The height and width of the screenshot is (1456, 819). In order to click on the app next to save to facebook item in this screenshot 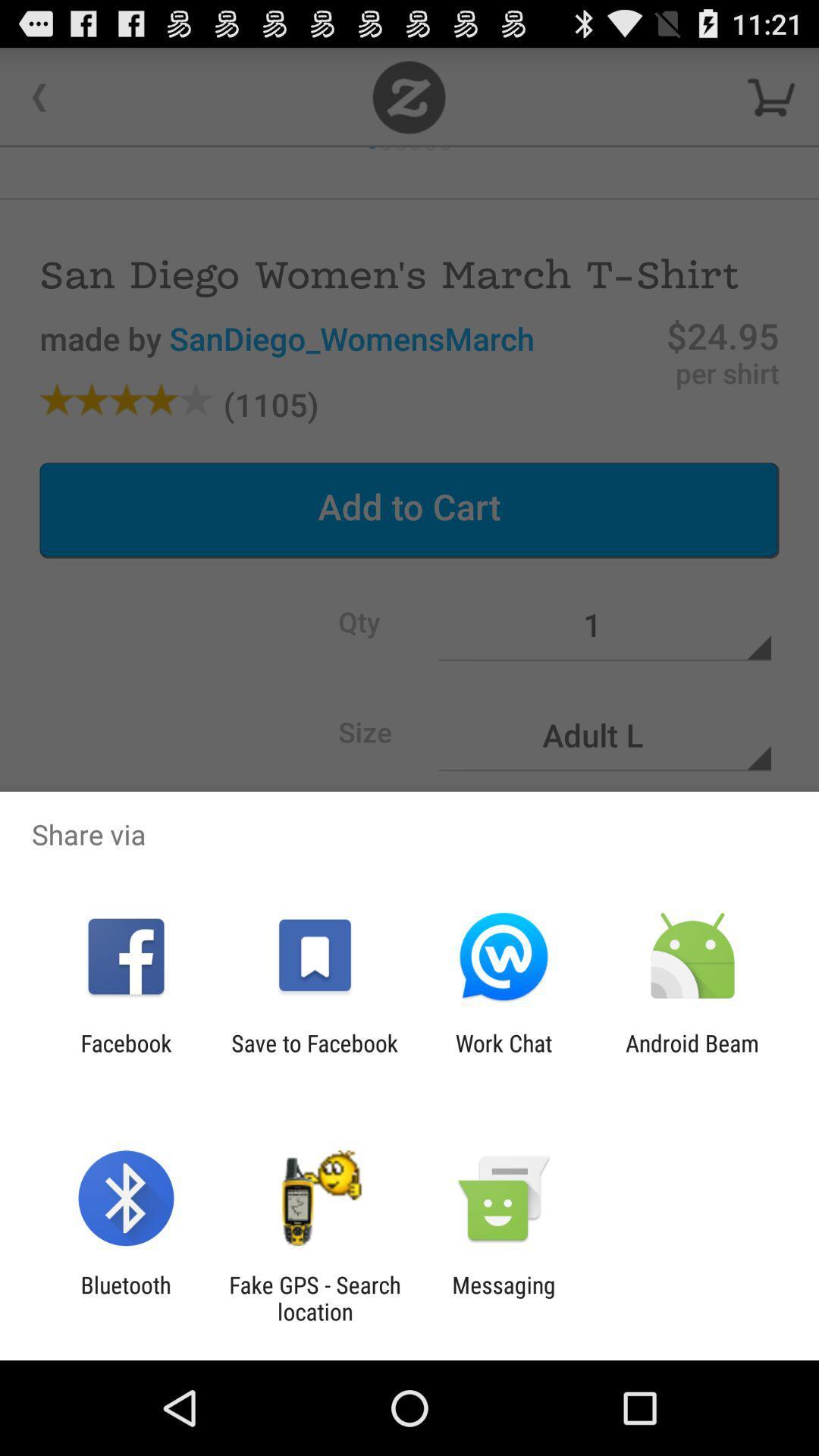, I will do `click(504, 1056)`.